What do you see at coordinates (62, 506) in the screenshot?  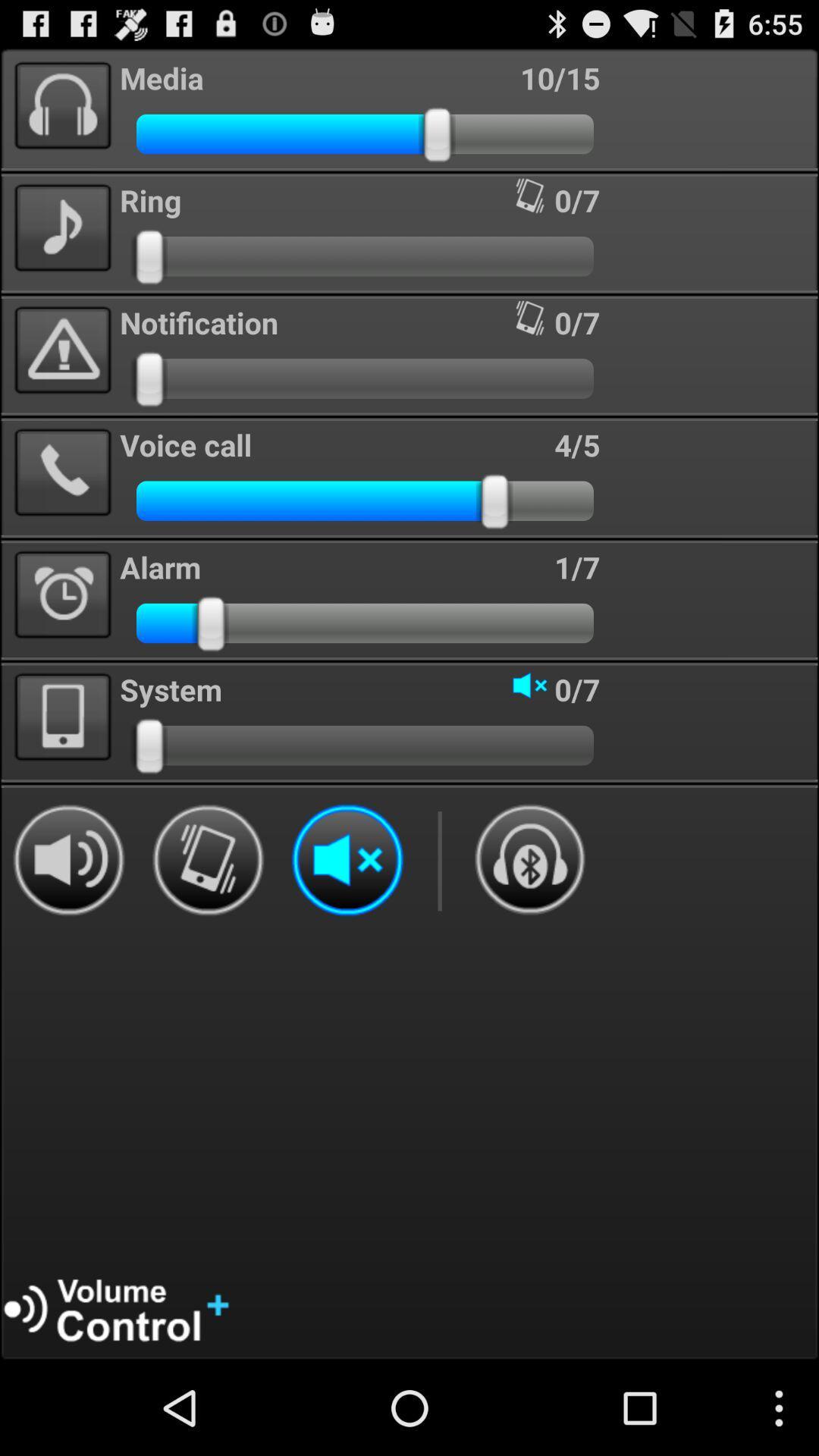 I see `the call icon` at bounding box center [62, 506].